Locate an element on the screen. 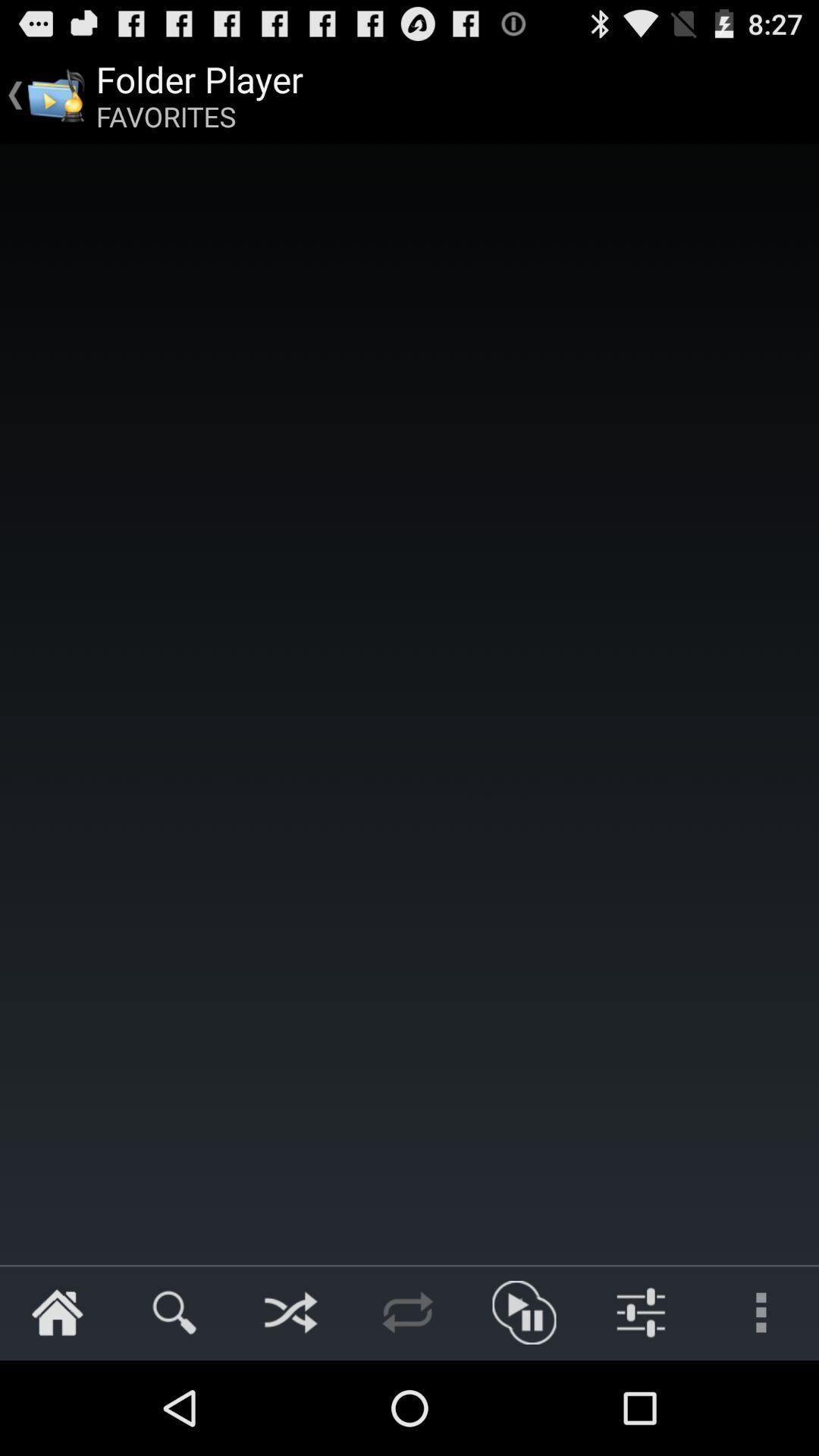 Image resolution: width=819 pixels, height=1456 pixels. icon at the center is located at coordinates (409, 703).